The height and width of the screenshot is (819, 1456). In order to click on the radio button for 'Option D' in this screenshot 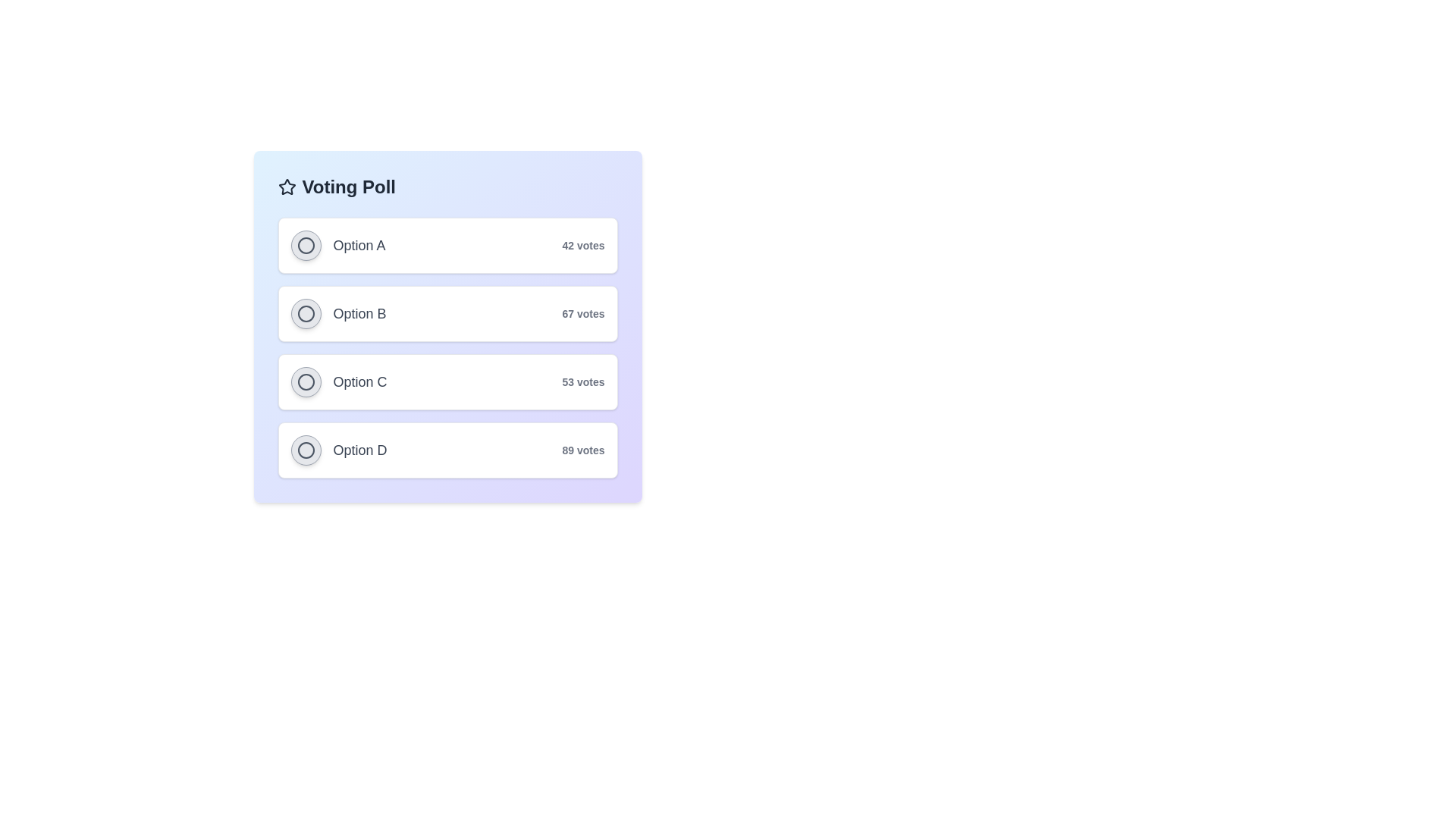, I will do `click(305, 450)`.